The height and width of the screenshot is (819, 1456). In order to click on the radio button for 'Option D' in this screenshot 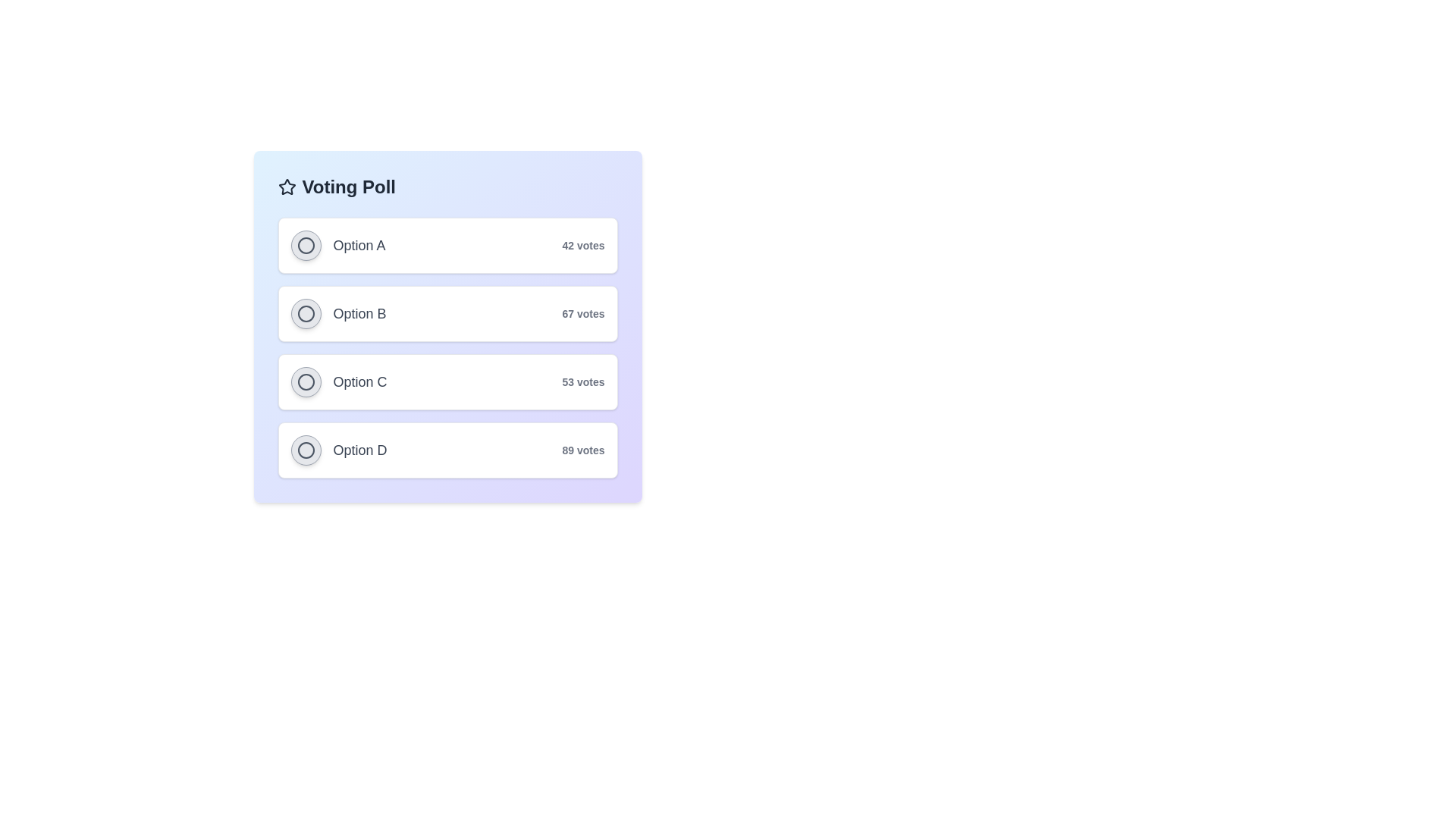, I will do `click(305, 450)`.